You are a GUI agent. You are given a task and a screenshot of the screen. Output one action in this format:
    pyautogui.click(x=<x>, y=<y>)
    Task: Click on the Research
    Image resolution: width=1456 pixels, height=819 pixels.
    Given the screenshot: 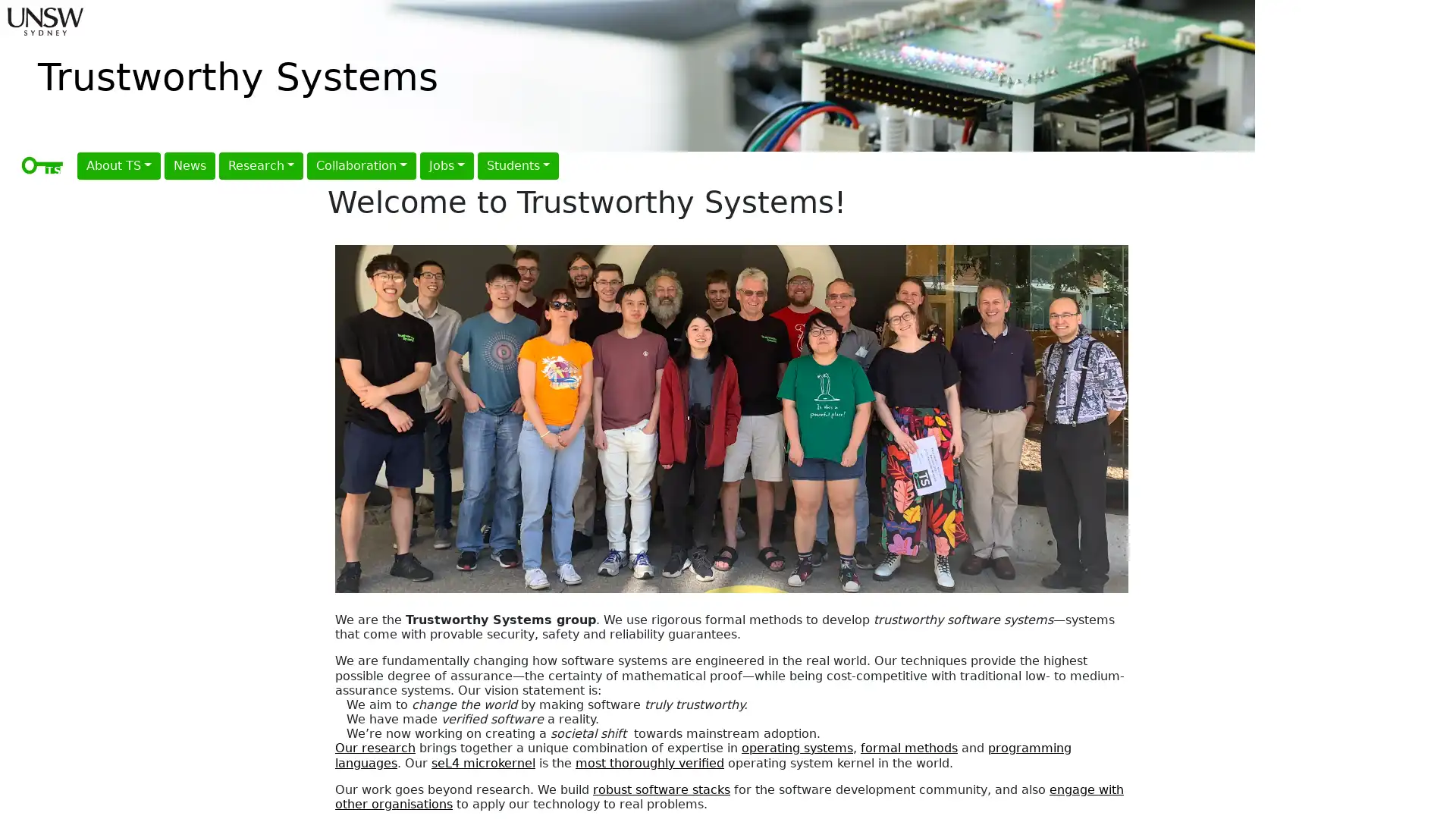 What is the action you would take?
    pyautogui.click(x=261, y=165)
    